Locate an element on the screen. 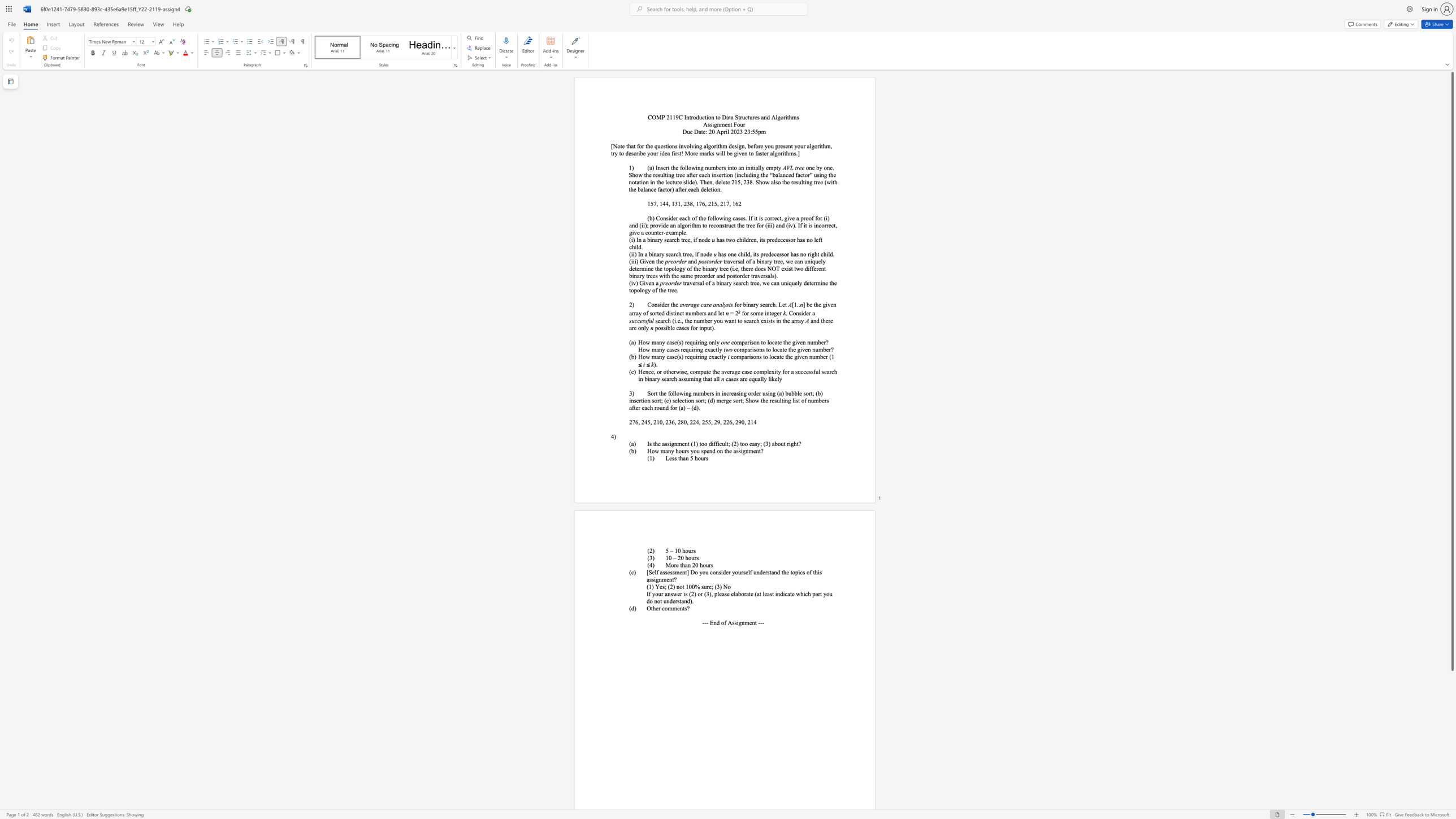  the subset text "How many" within the text "How many case(s) requiring only" is located at coordinates (638, 341).